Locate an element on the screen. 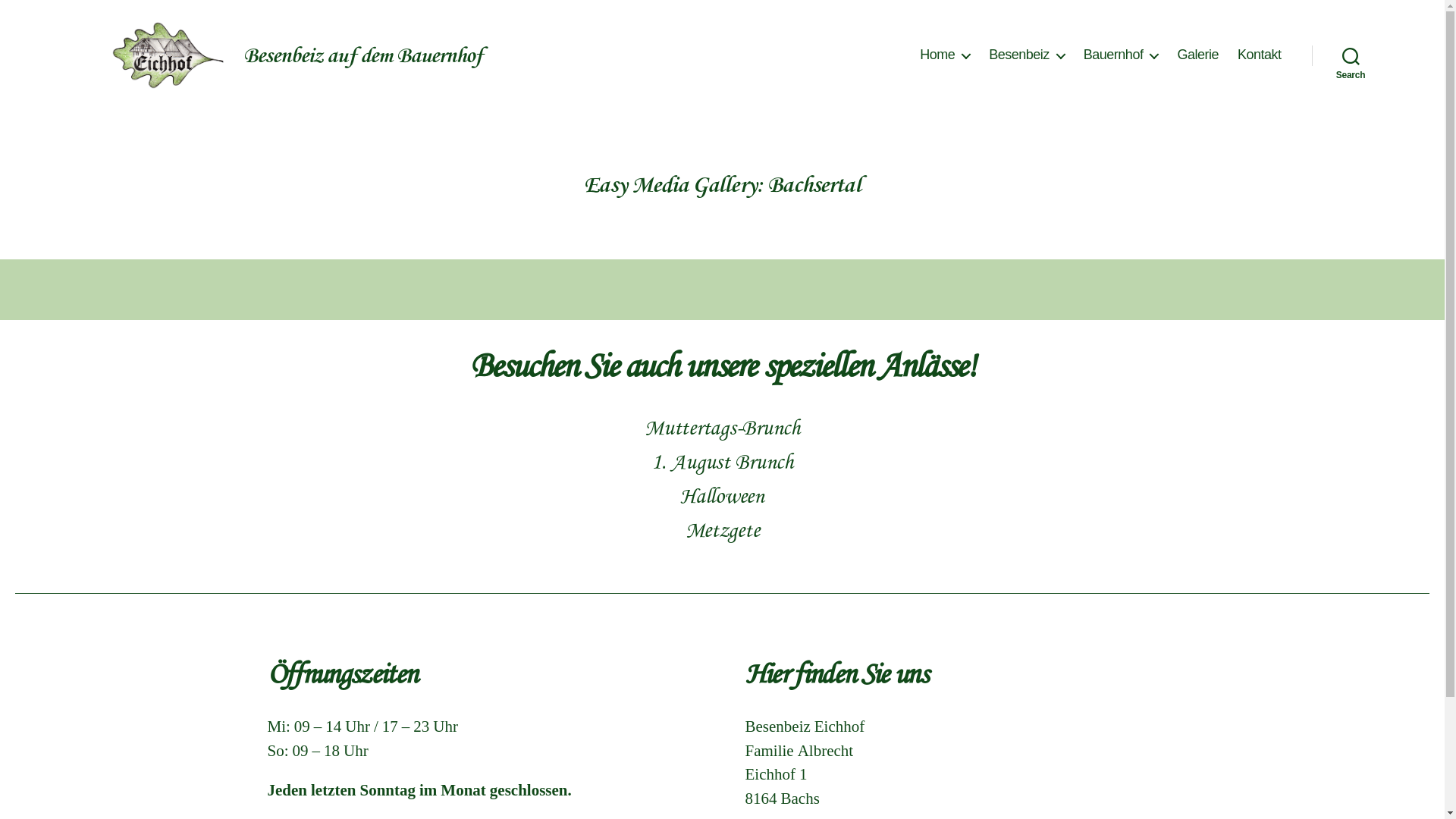  'Kontakt' is located at coordinates (1259, 55).